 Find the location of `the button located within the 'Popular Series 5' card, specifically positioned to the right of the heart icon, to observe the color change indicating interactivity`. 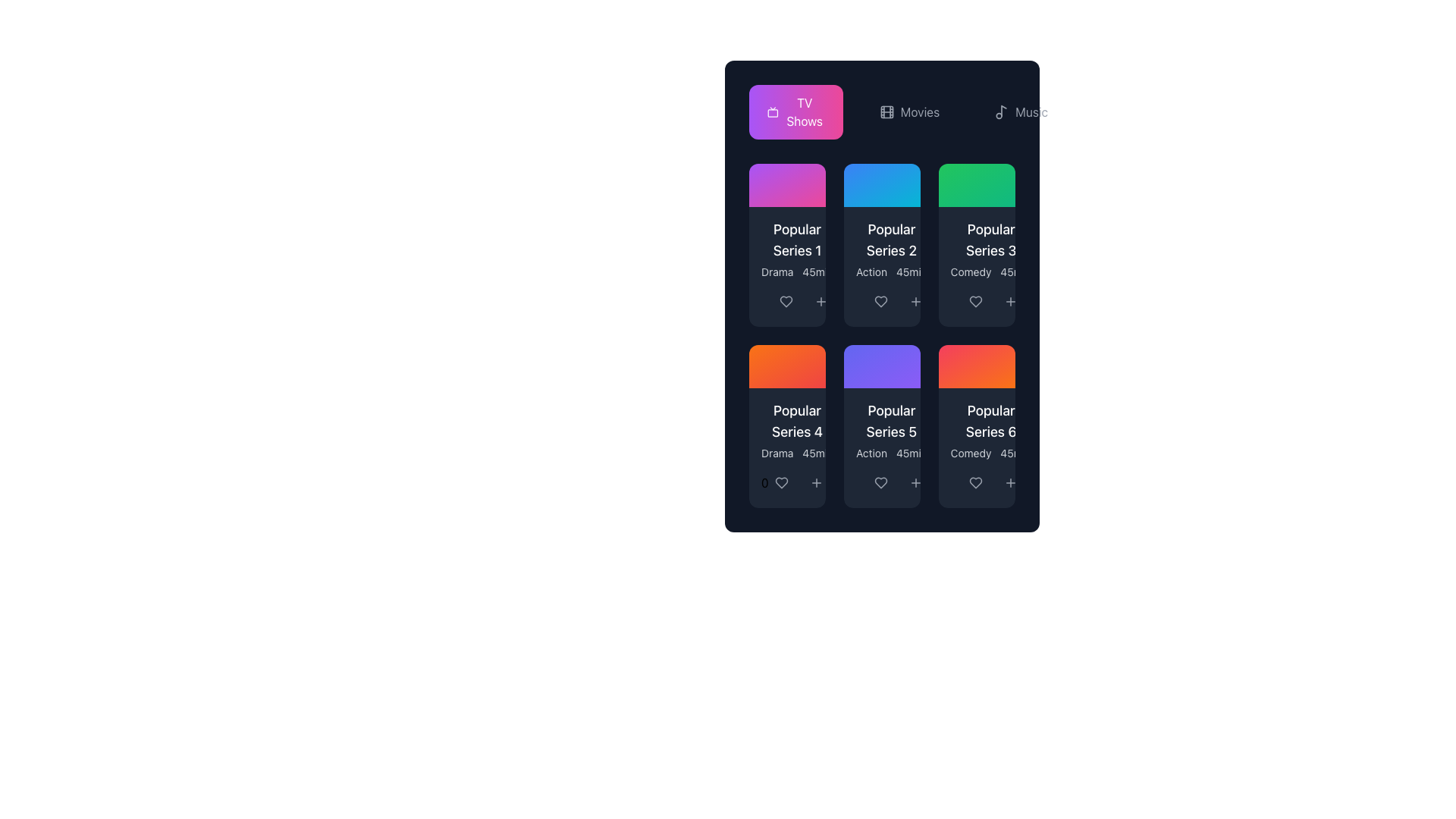

the button located within the 'Popular Series 5' card, specifically positioned to the right of the heart icon, to observe the color change indicating interactivity is located at coordinates (915, 482).